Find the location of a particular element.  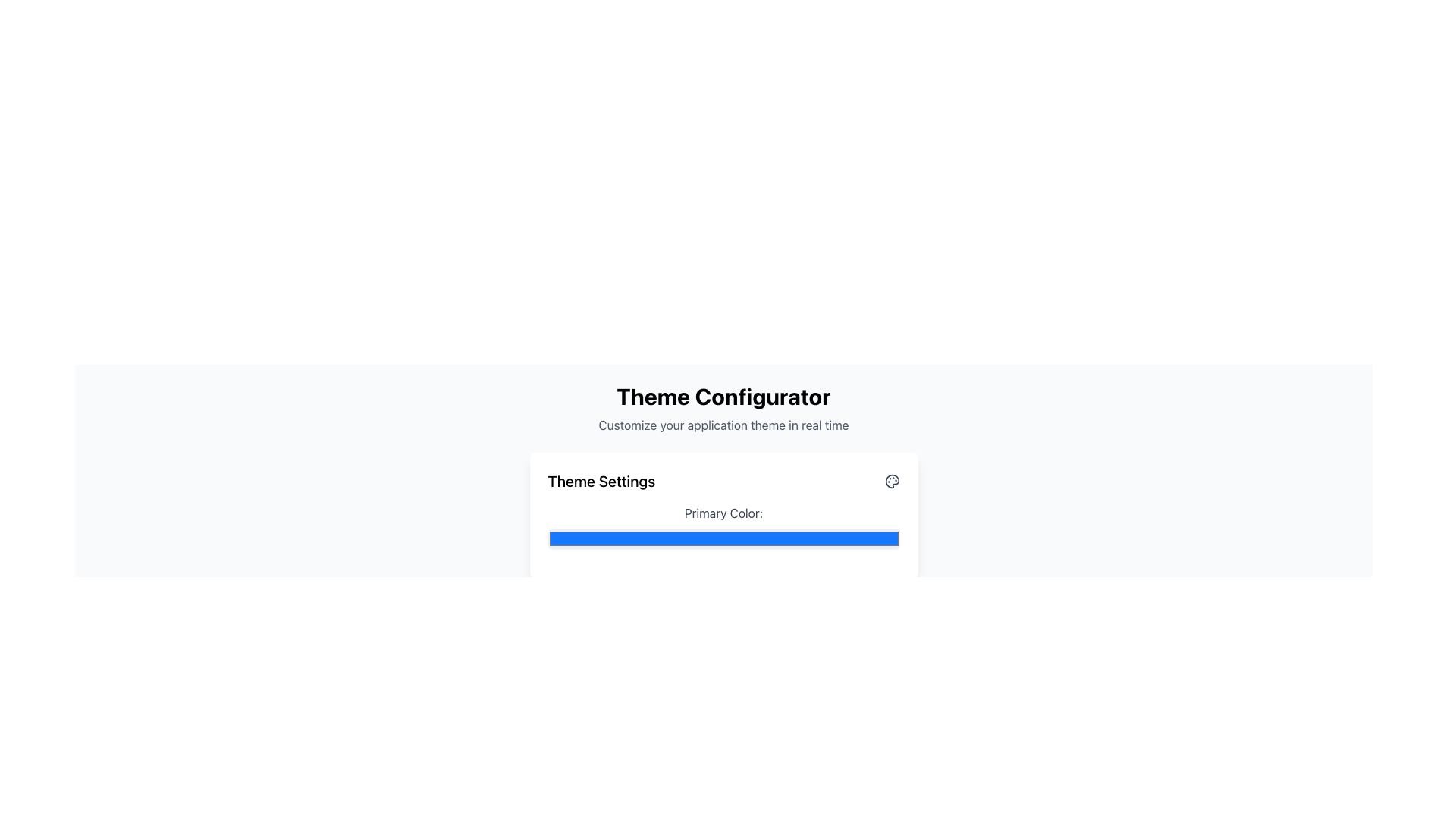

the Text Header element labeled 'Theme Configurator', which features a bold title and a subtitle for customizing the application theme is located at coordinates (723, 408).